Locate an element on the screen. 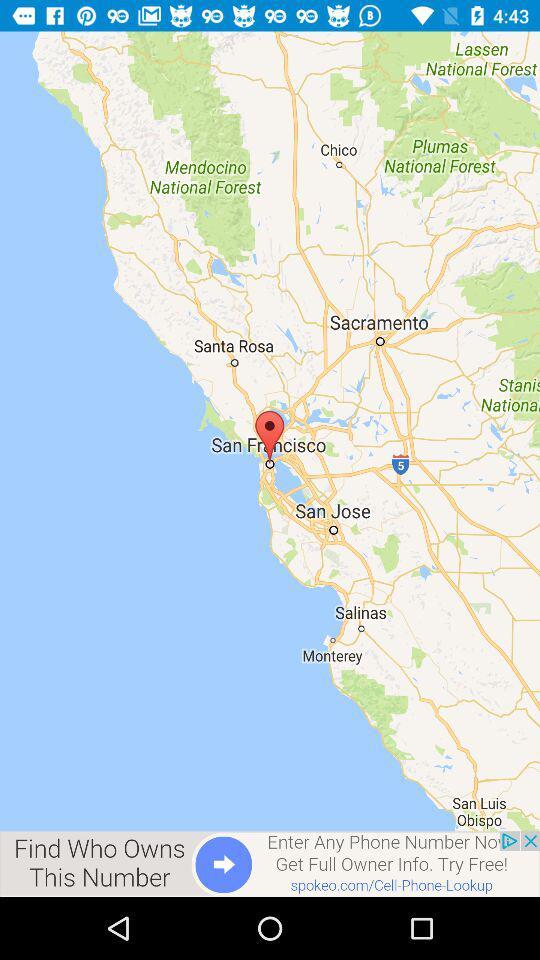 The width and height of the screenshot is (540, 960). advertisement is located at coordinates (270, 863).